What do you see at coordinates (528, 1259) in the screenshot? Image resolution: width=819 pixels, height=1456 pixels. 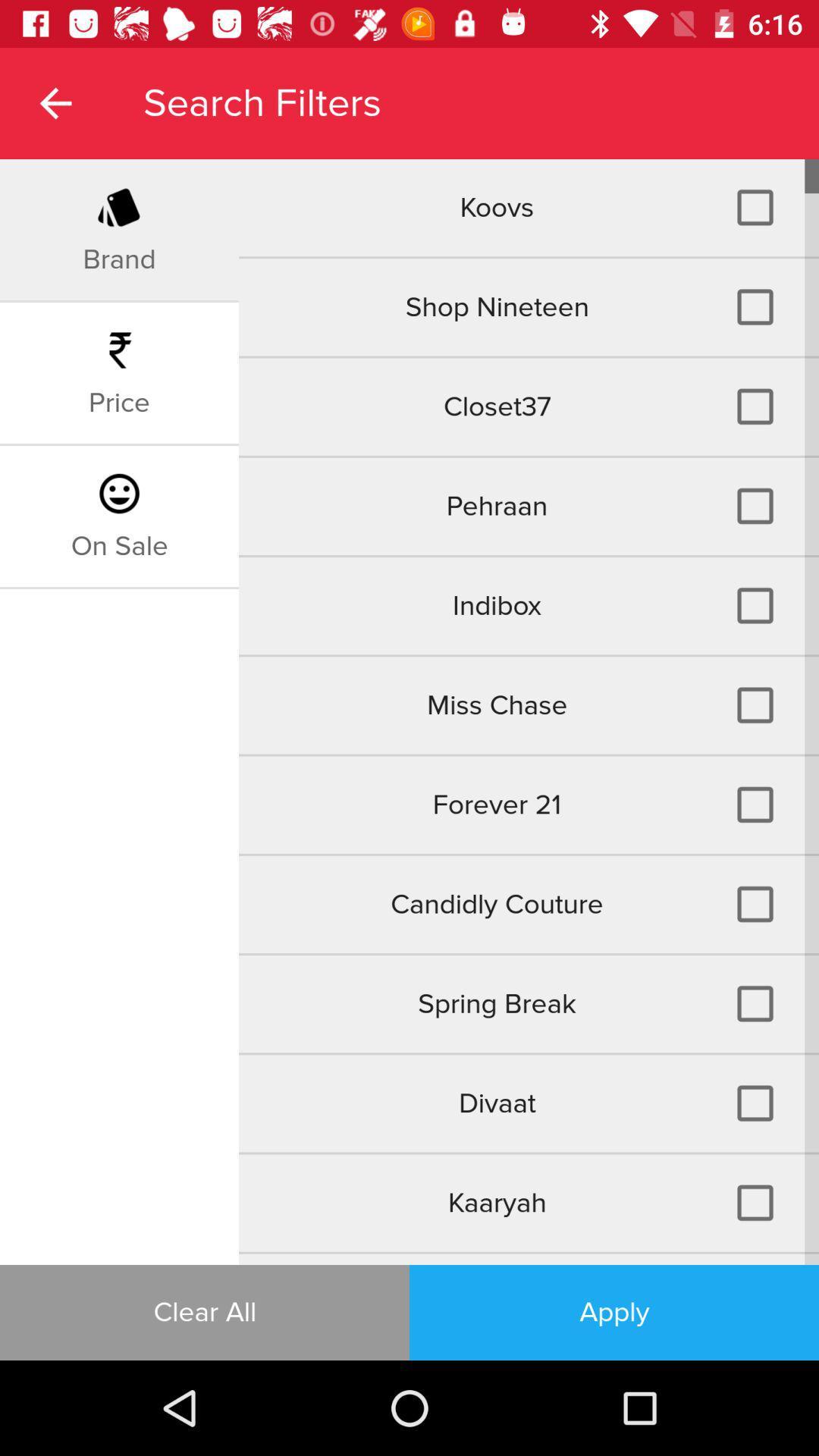 I see `bandbox` at bounding box center [528, 1259].